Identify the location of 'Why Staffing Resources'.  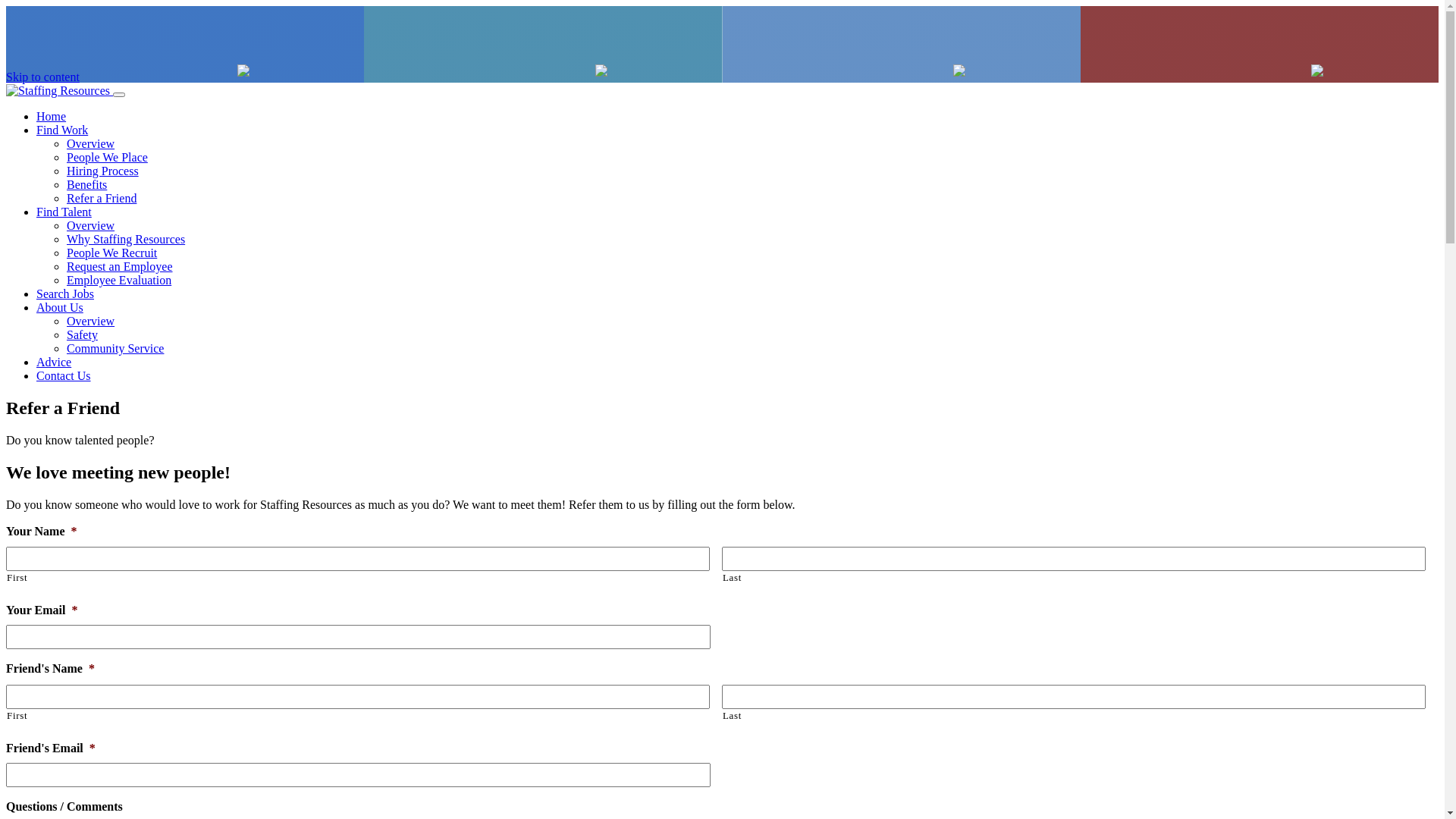
(126, 239).